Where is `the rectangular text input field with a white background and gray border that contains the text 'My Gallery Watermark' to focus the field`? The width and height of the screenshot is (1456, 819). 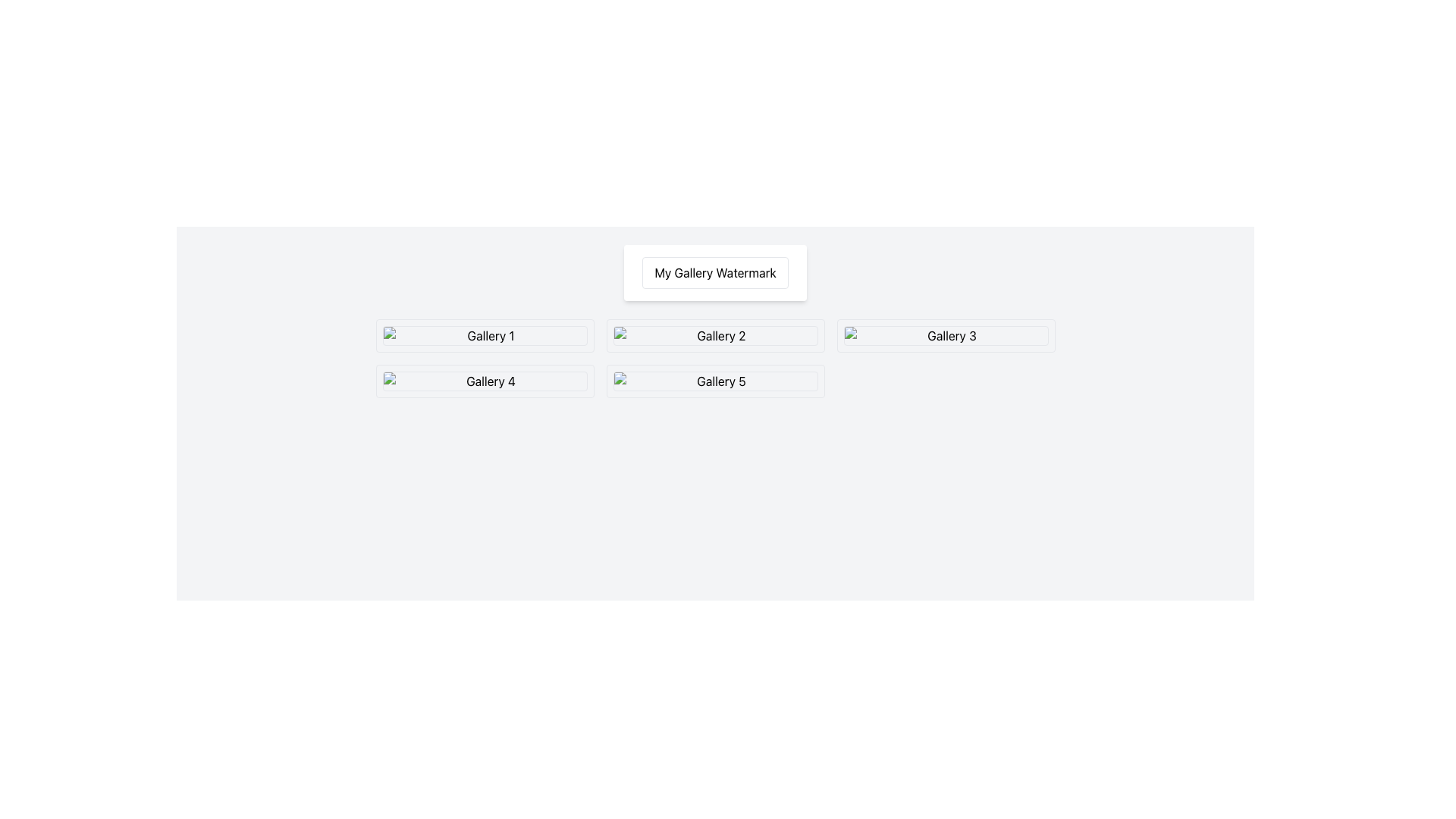 the rectangular text input field with a white background and gray border that contains the text 'My Gallery Watermark' to focus the field is located at coordinates (714, 271).